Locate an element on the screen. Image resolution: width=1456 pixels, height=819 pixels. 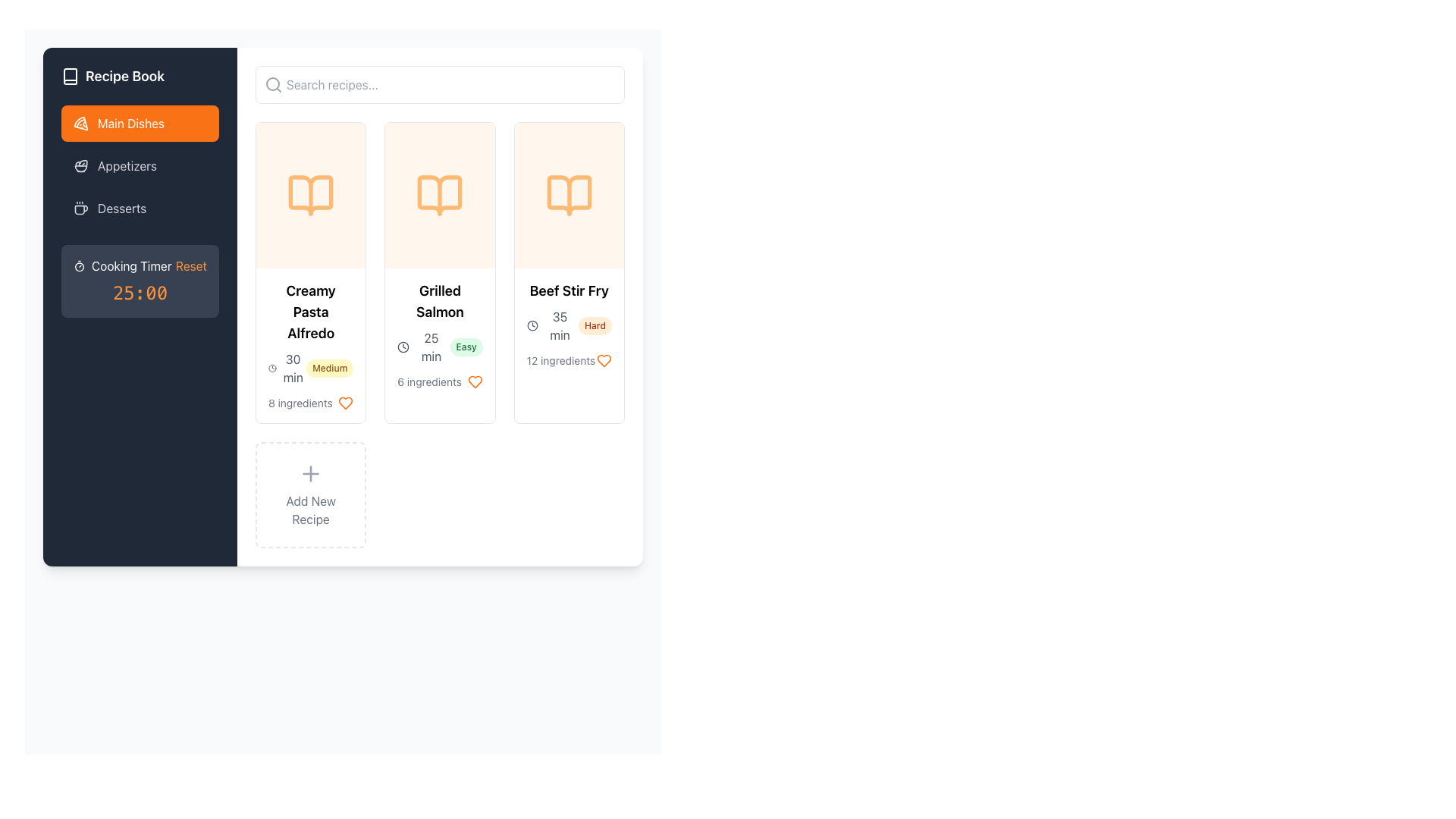
the title label for the recipes section located in the top-left section of the application interface, immediately to the right of the book icon is located at coordinates (125, 76).